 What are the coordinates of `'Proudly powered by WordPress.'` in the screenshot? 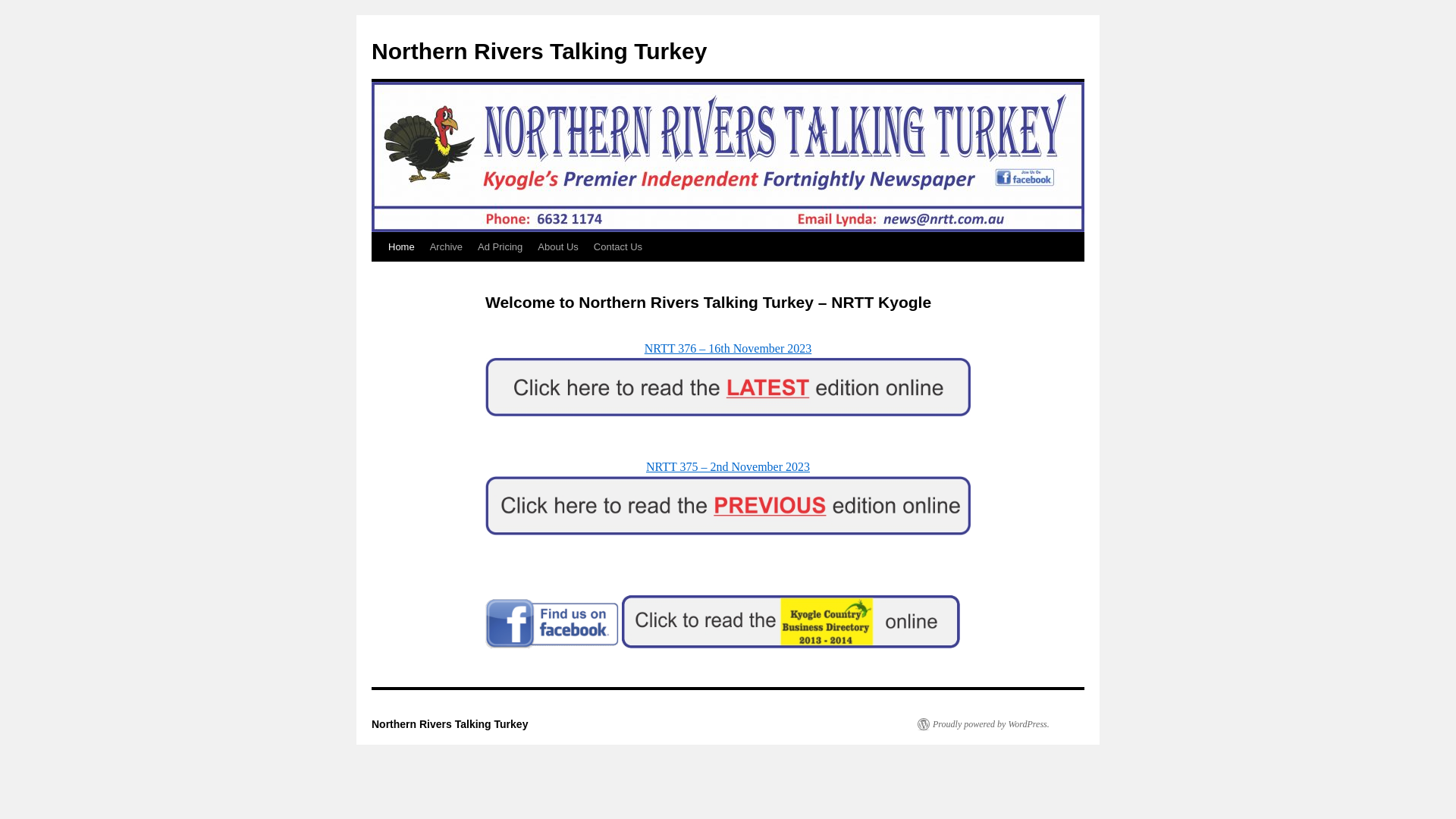 It's located at (983, 723).